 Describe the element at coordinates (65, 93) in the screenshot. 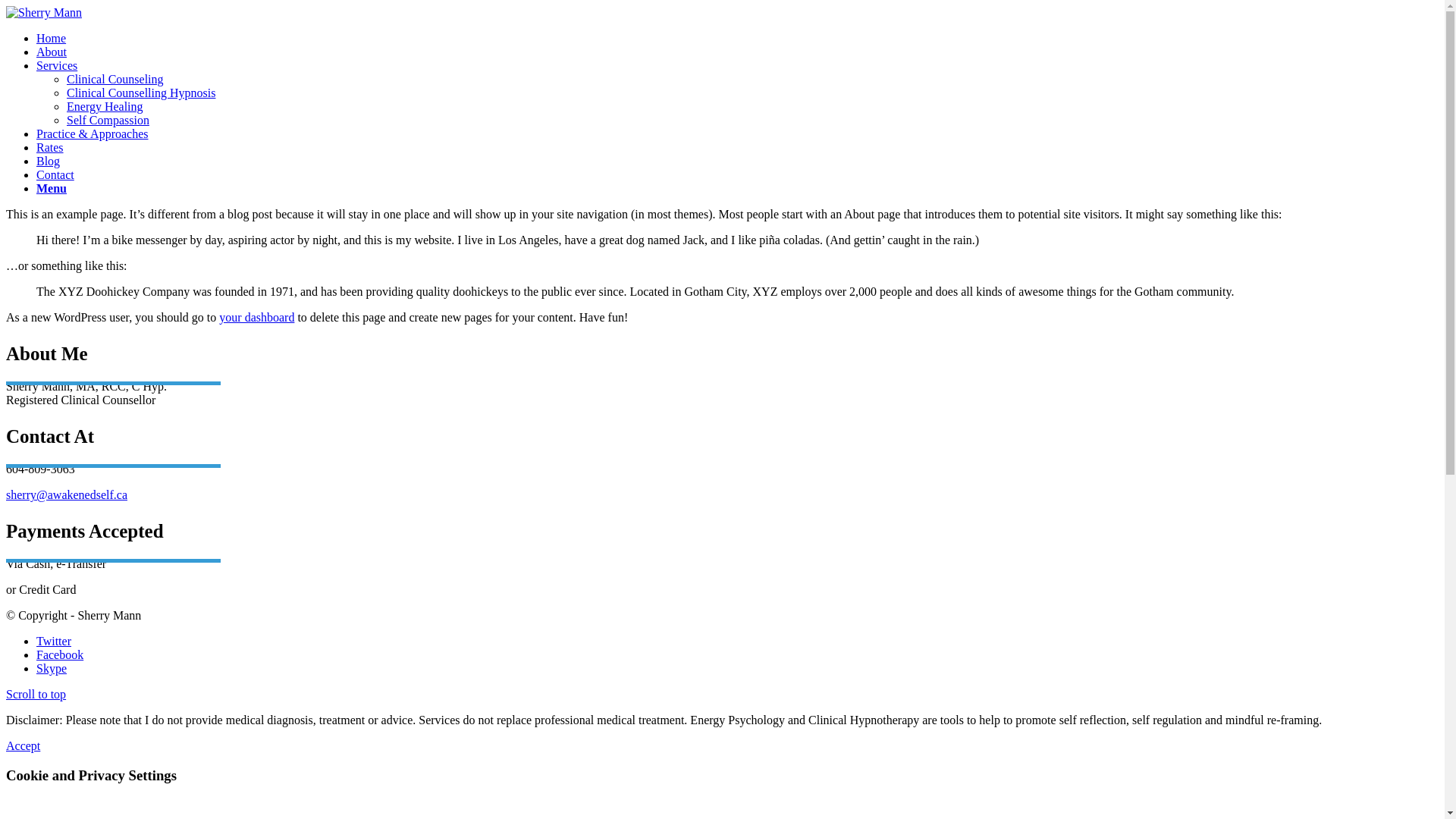

I see `'Clinical Counselling Hypnosis'` at that location.